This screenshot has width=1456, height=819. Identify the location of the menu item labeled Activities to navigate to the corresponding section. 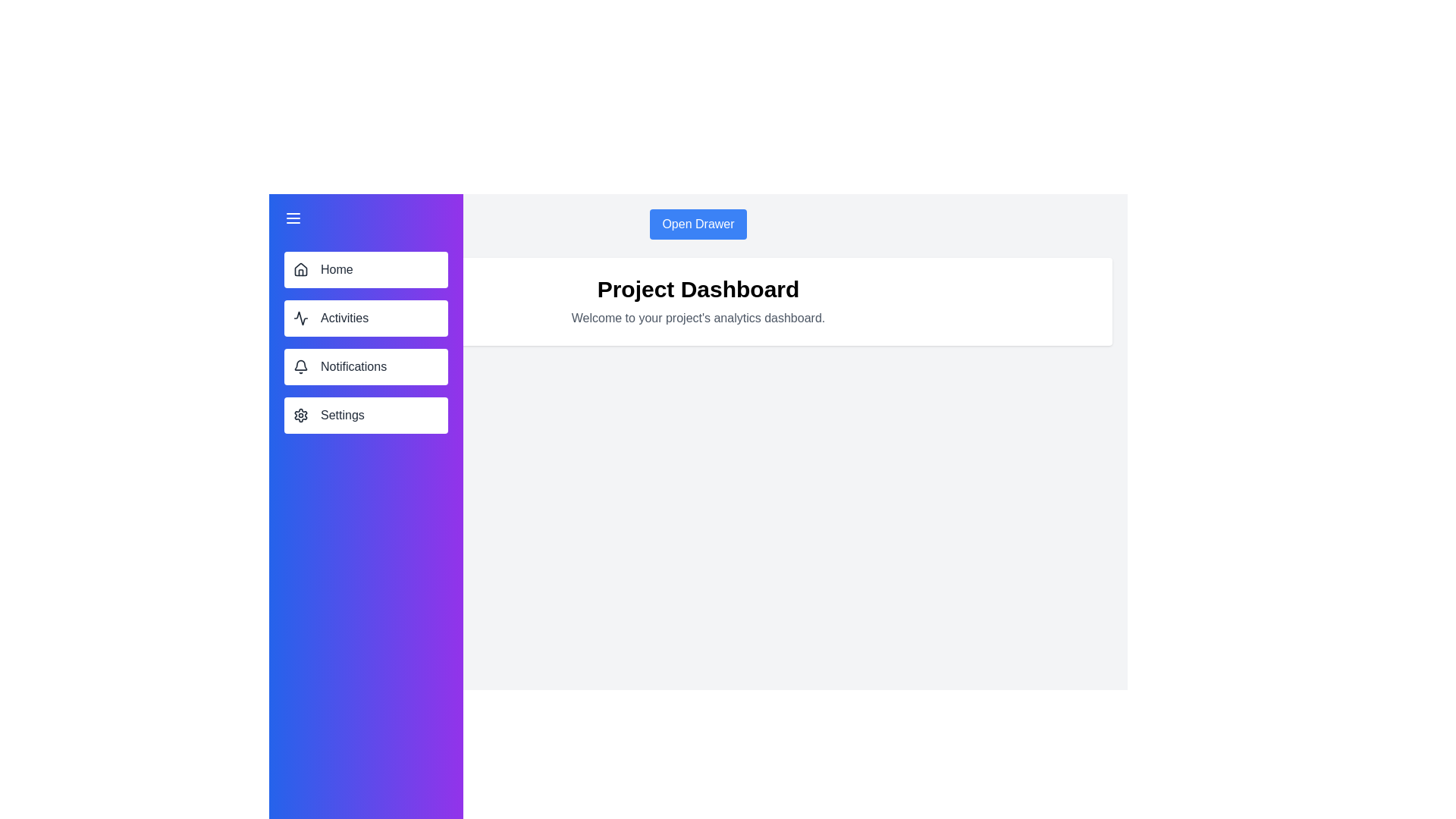
(366, 318).